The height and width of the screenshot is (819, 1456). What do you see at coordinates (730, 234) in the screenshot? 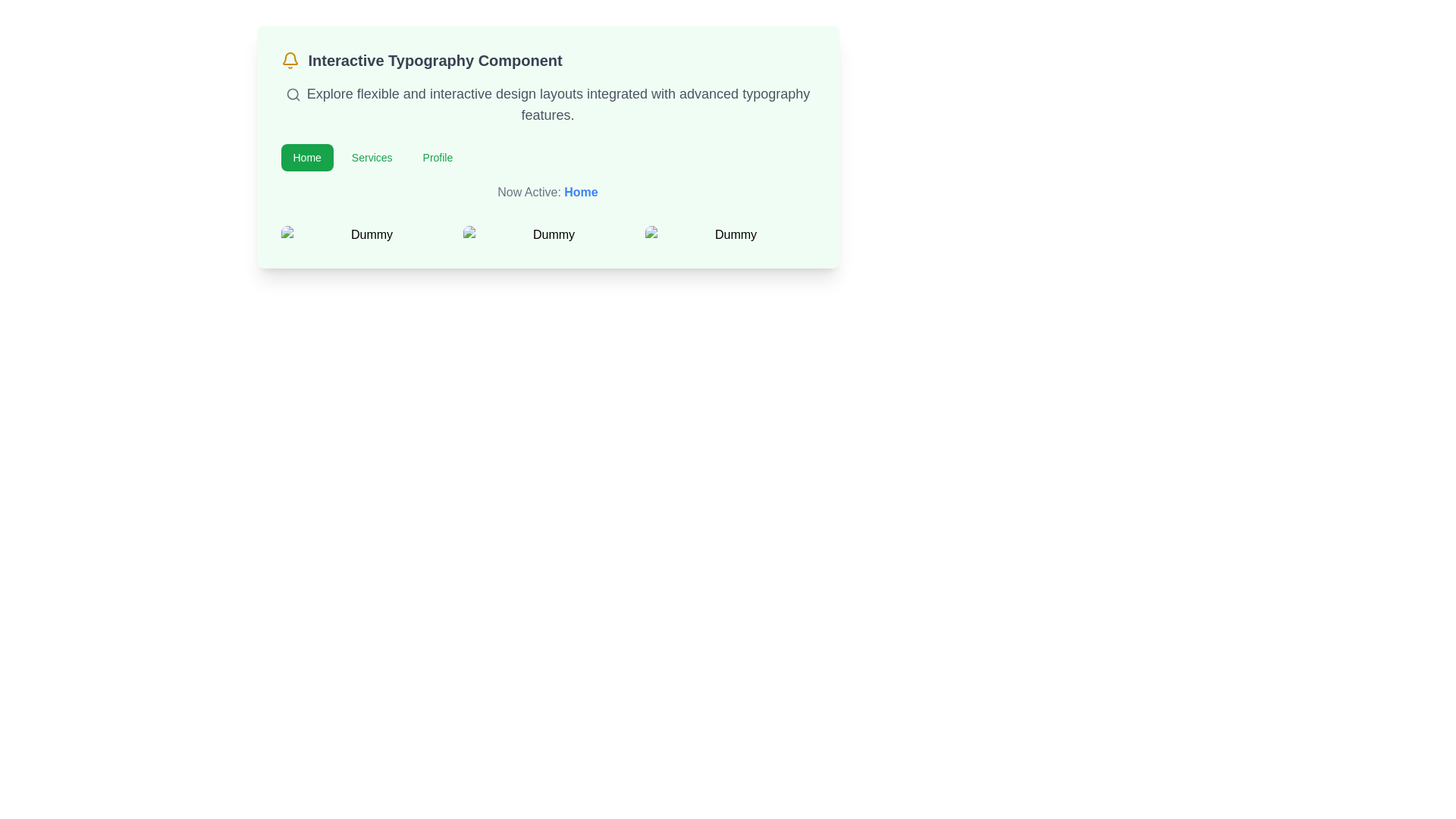
I see `the Combined element consisting of an image placeholder icon and the text 'Dummy', located in the bottom right segment of a three-column grid layout` at bounding box center [730, 234].